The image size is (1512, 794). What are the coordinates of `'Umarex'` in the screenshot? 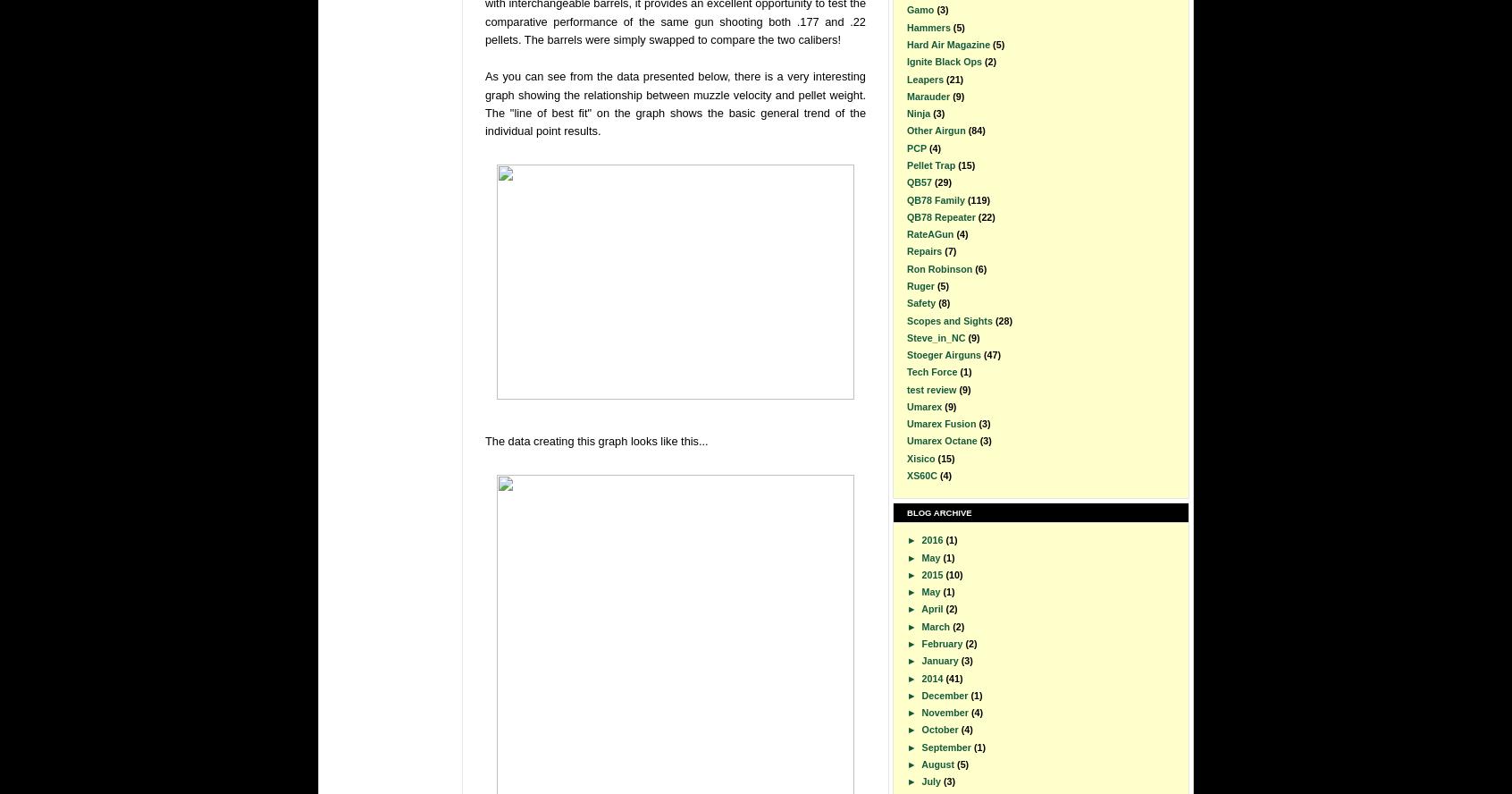 It's located at (923, 406).